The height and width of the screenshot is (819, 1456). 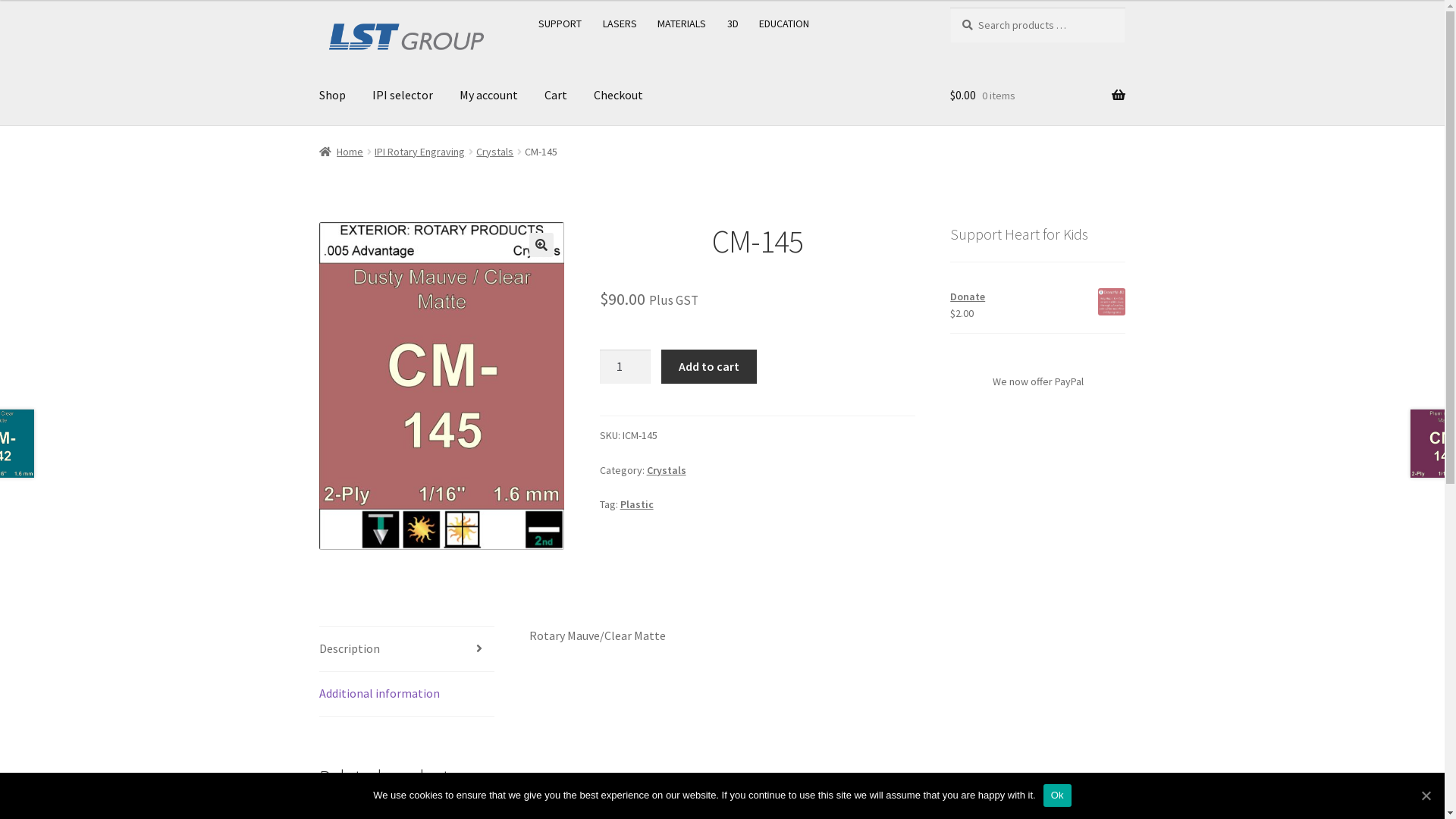 What do you see at coordinates (447, 96) in the screenshot?
I see `'My account'` at bounding box center [447, 96].